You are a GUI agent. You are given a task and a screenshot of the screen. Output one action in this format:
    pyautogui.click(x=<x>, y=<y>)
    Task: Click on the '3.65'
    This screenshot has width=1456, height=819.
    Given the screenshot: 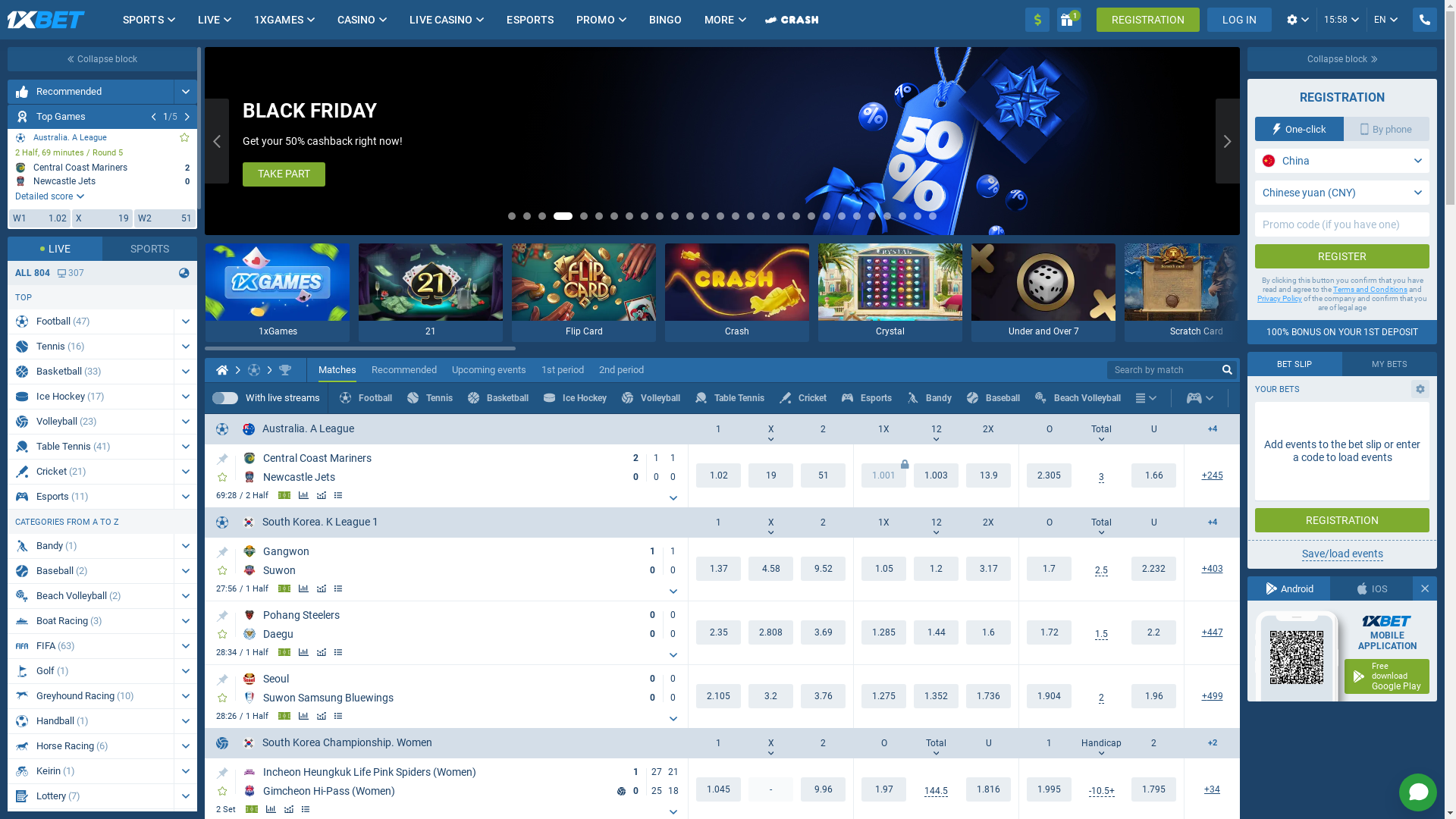 What is the action you would take?
    pyautogui.click(x=800, y=632)
    